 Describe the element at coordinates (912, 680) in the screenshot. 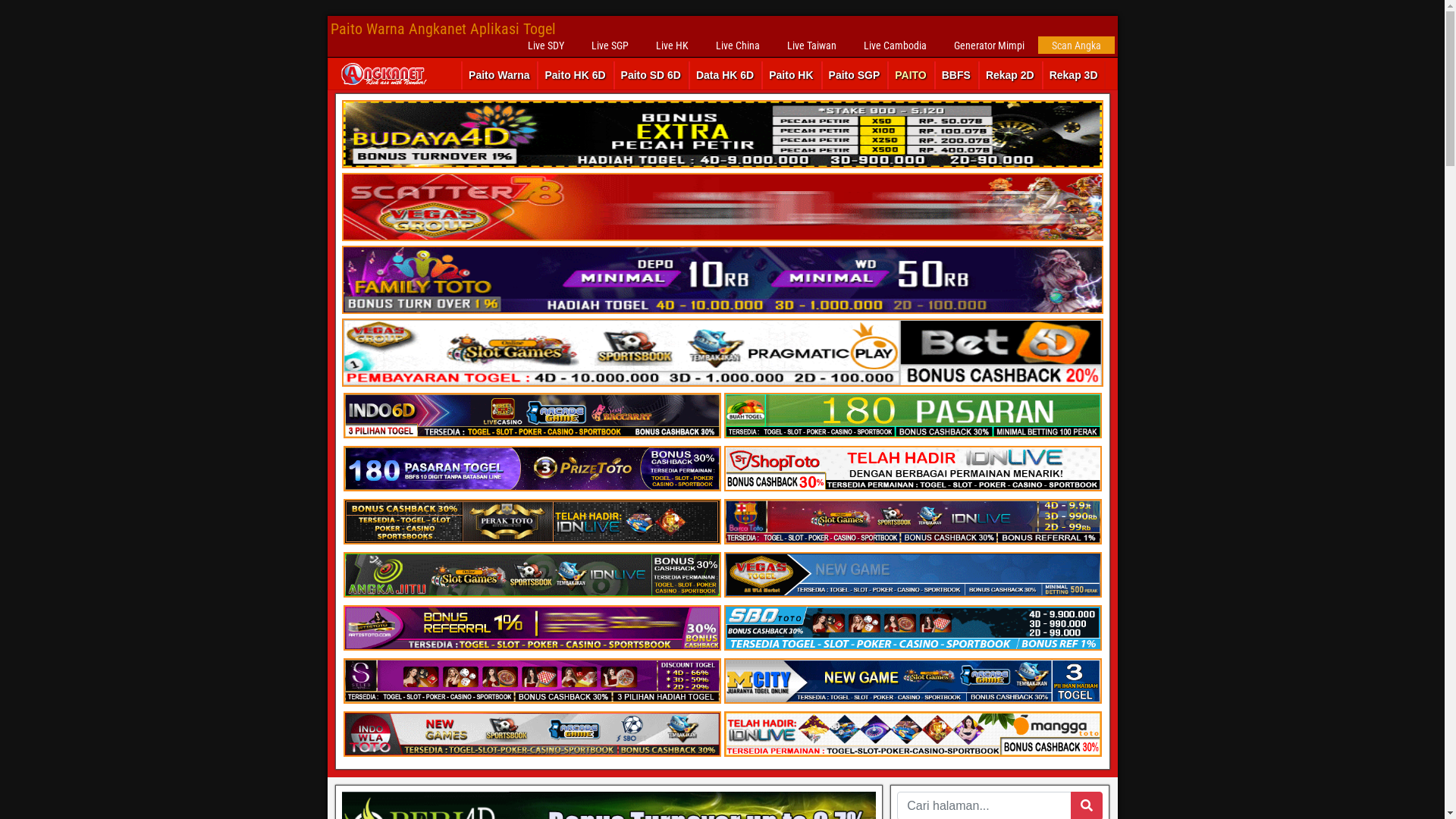

I see `'Bandar Judi Online Terpercaya mcitytoto'` at that location.